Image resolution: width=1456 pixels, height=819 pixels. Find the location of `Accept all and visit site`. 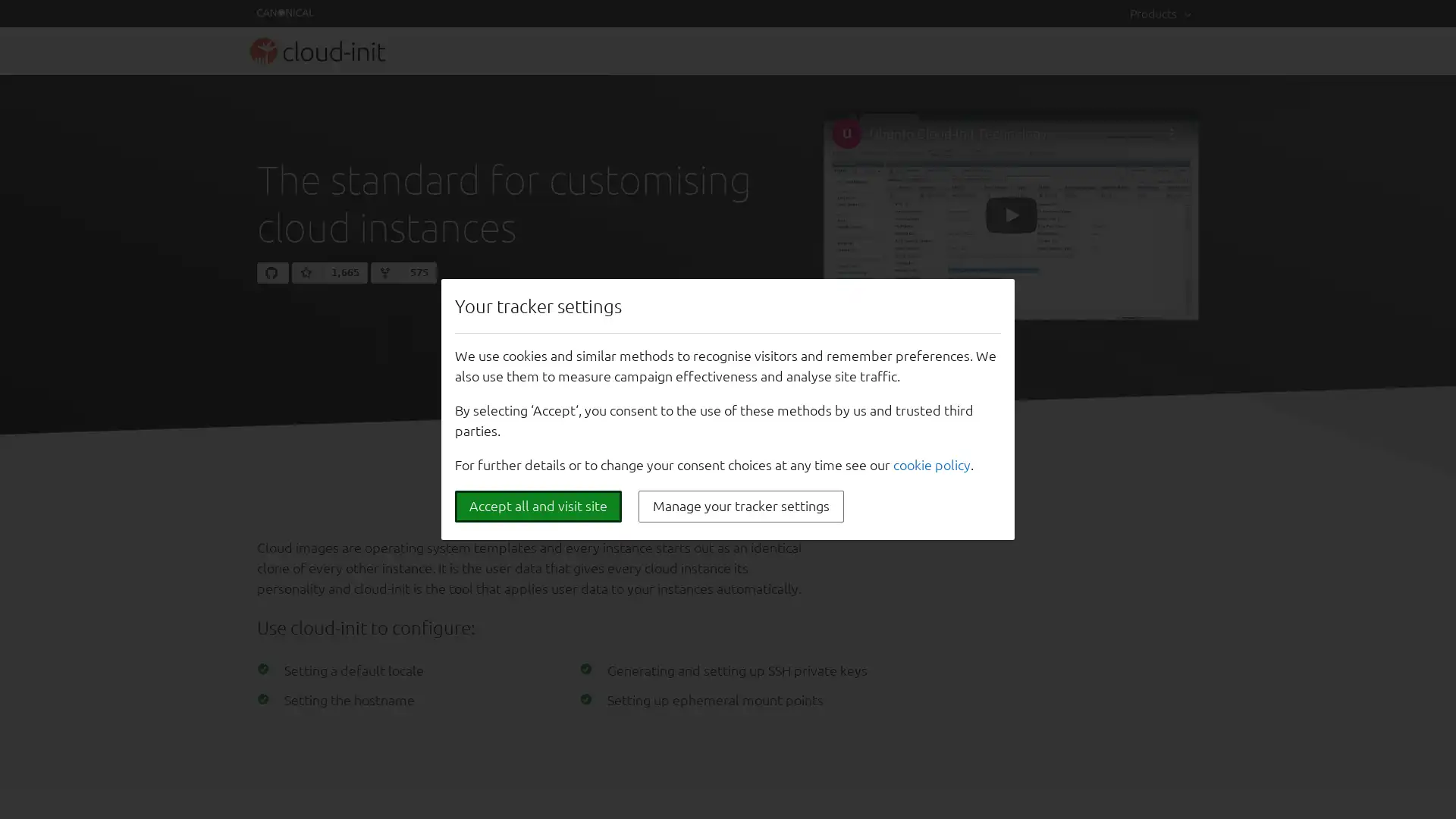

Accept all and visit site is located at coordinates (538, 506).